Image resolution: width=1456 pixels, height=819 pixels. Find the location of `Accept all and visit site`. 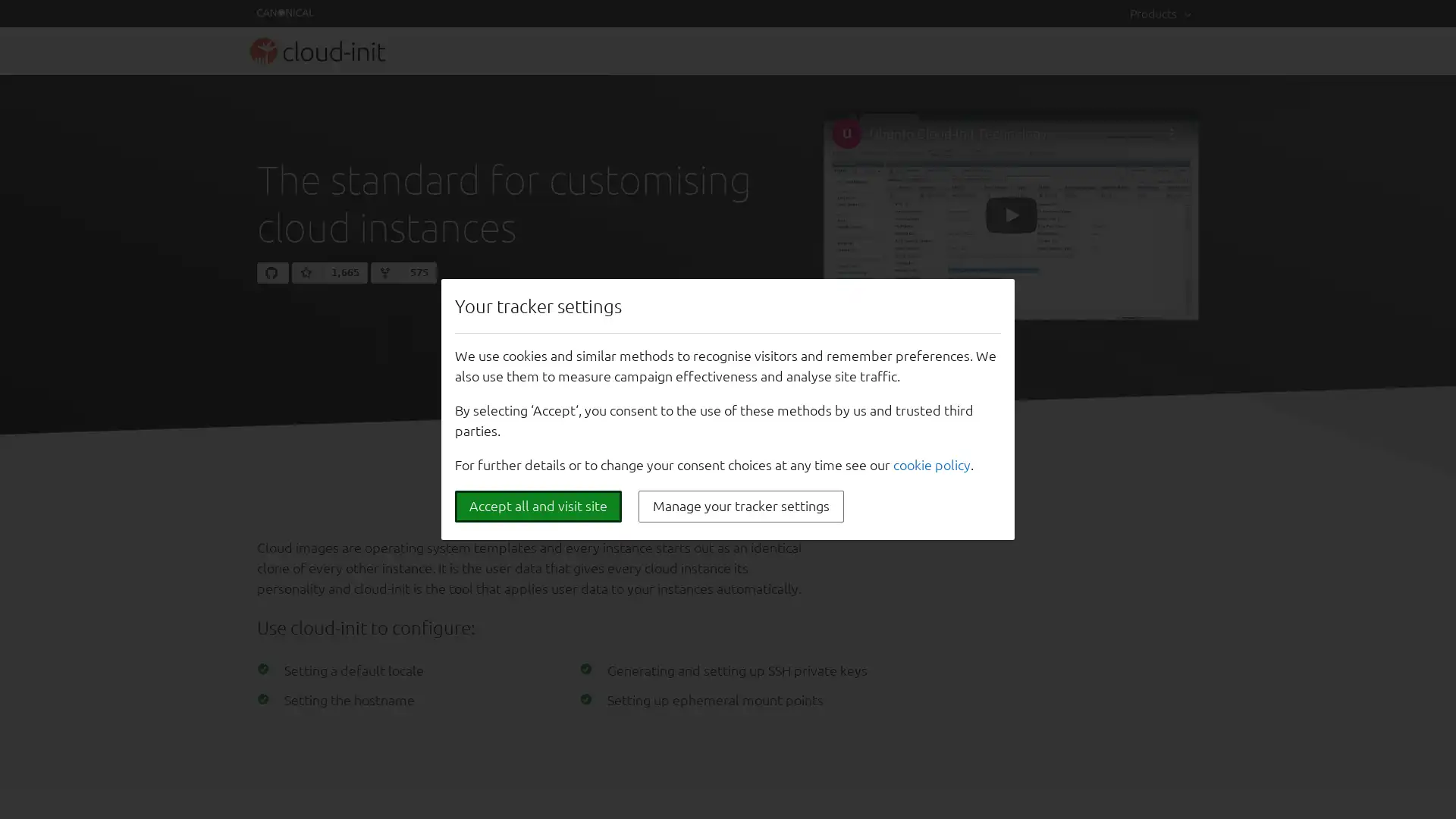

Accept all and visit site is located at coordinates (538, 506).